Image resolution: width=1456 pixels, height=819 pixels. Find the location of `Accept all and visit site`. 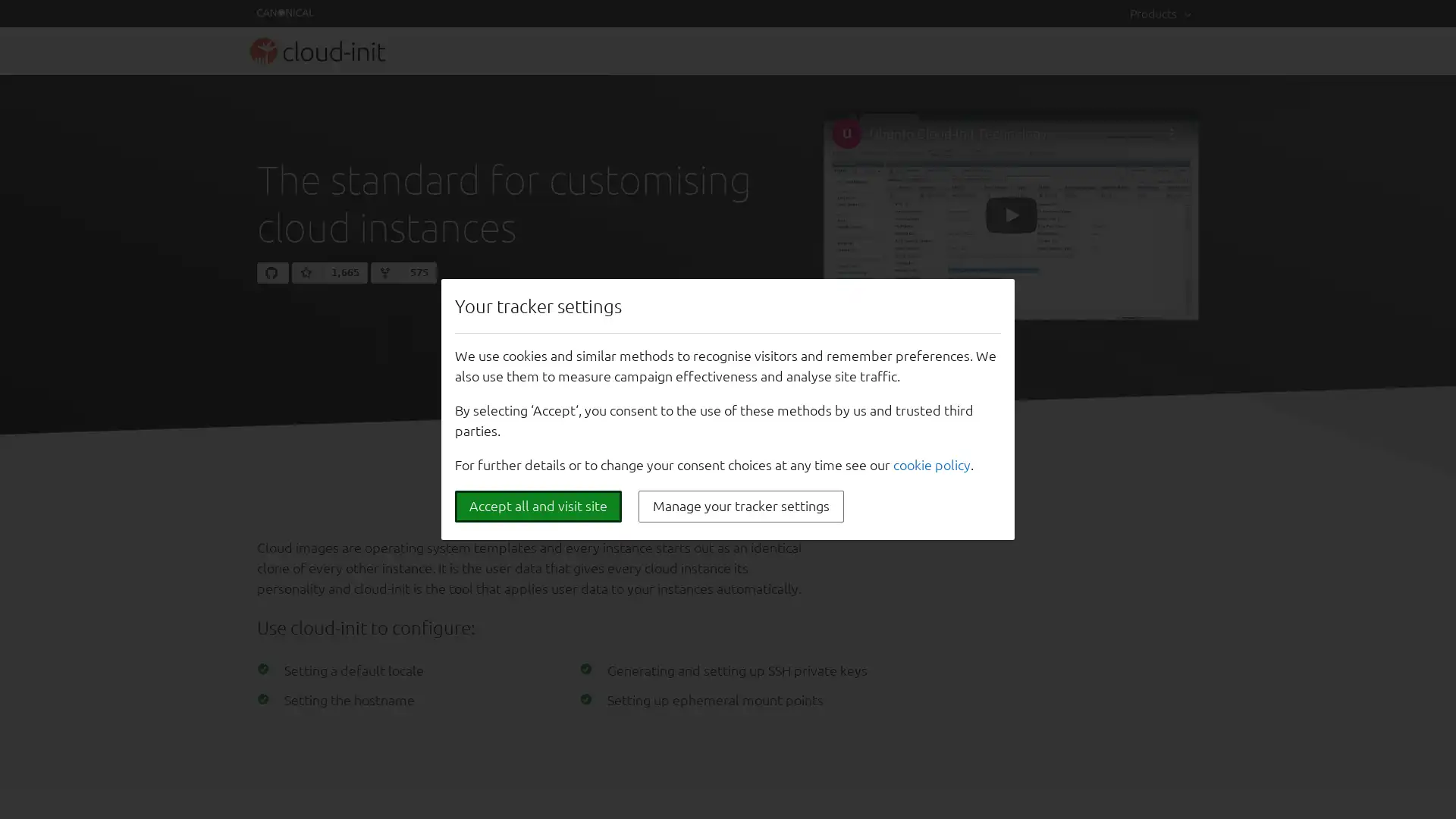

Accept all and visit site is located at coordinates (538, 506).